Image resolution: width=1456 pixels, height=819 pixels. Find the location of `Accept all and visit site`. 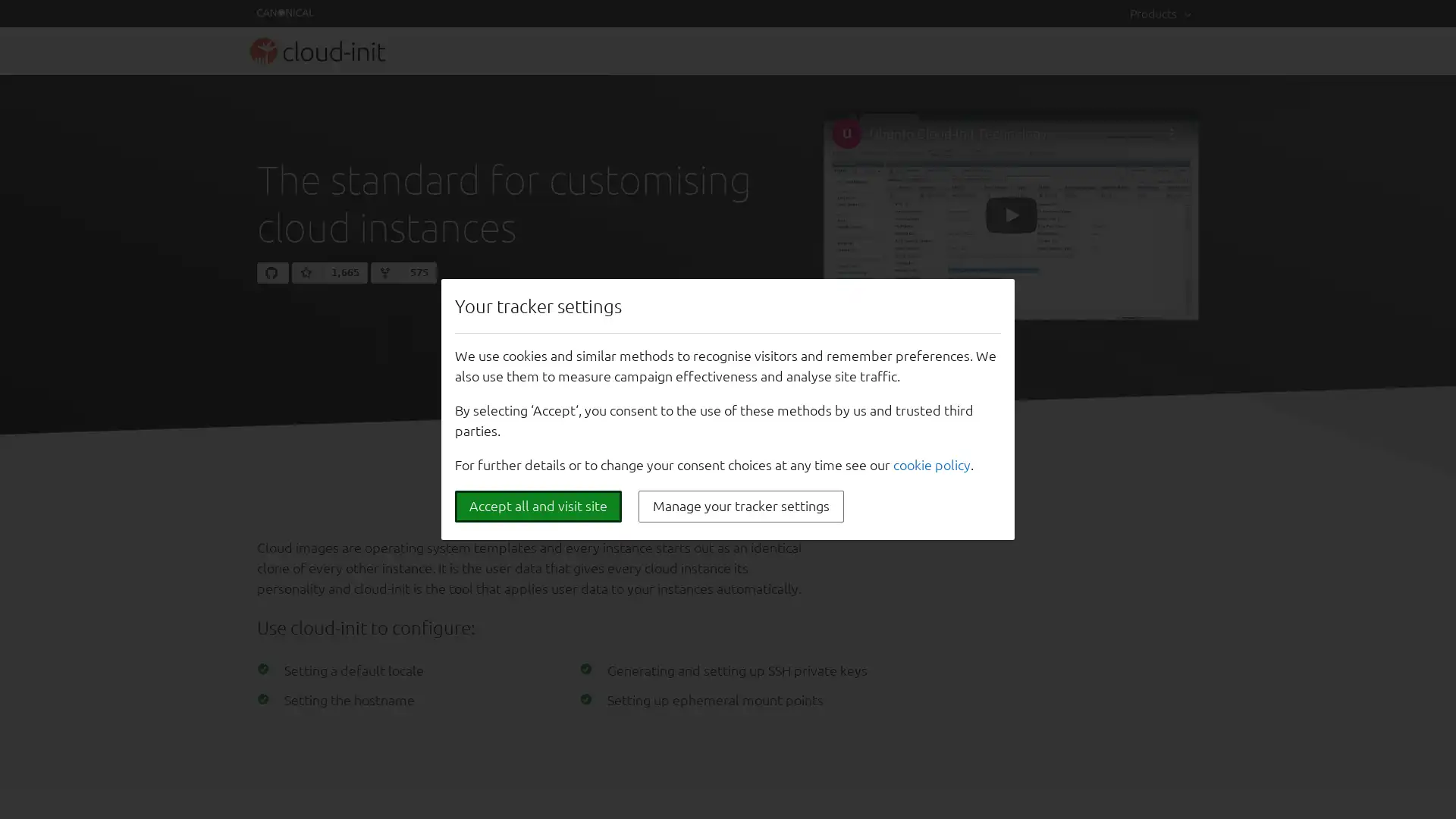

Accept all and visit site is located at coordinates (538, 506).